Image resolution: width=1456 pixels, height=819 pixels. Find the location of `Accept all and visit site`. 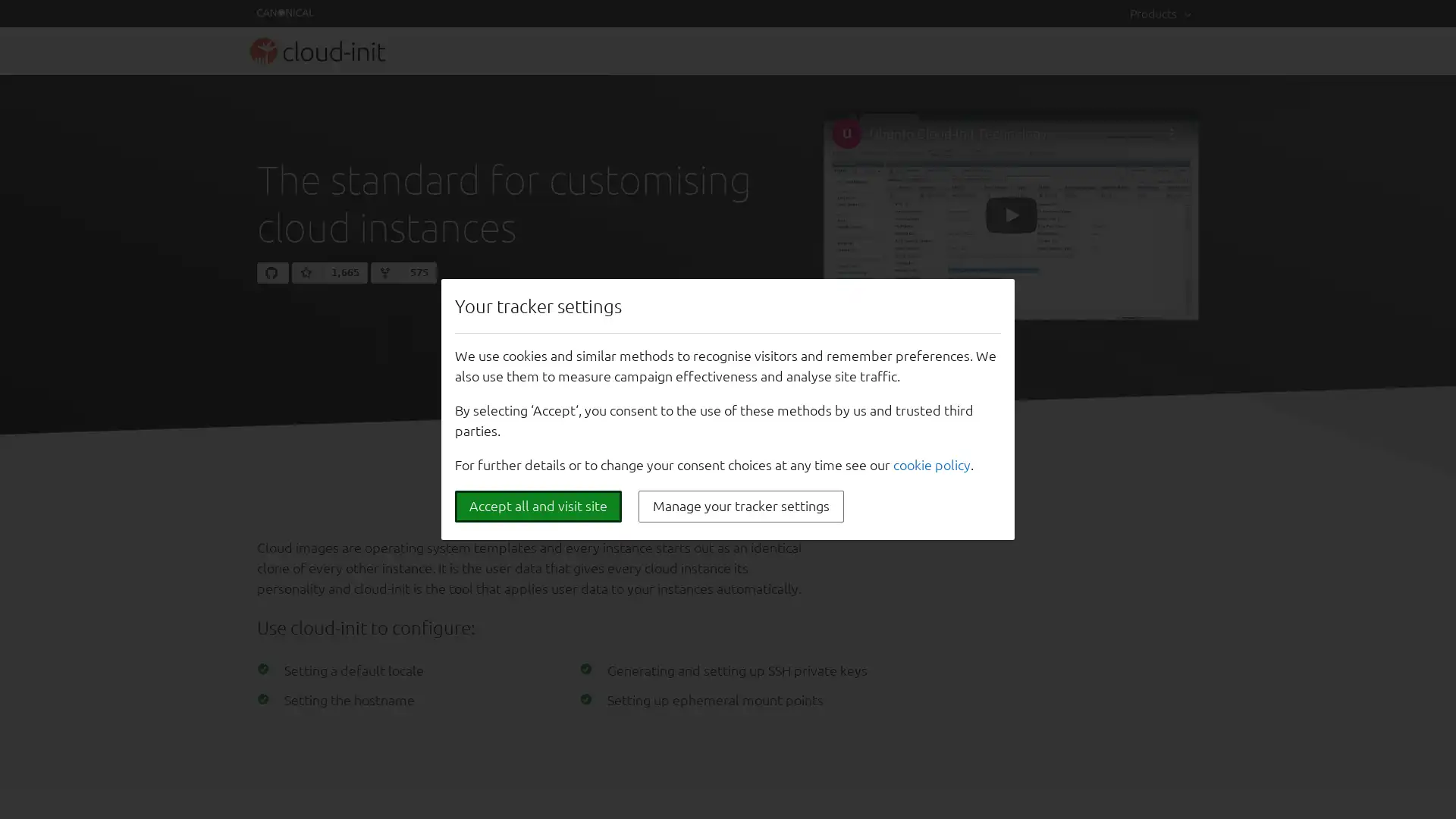

Accept all and visit site is located at coordinates (538, 506).